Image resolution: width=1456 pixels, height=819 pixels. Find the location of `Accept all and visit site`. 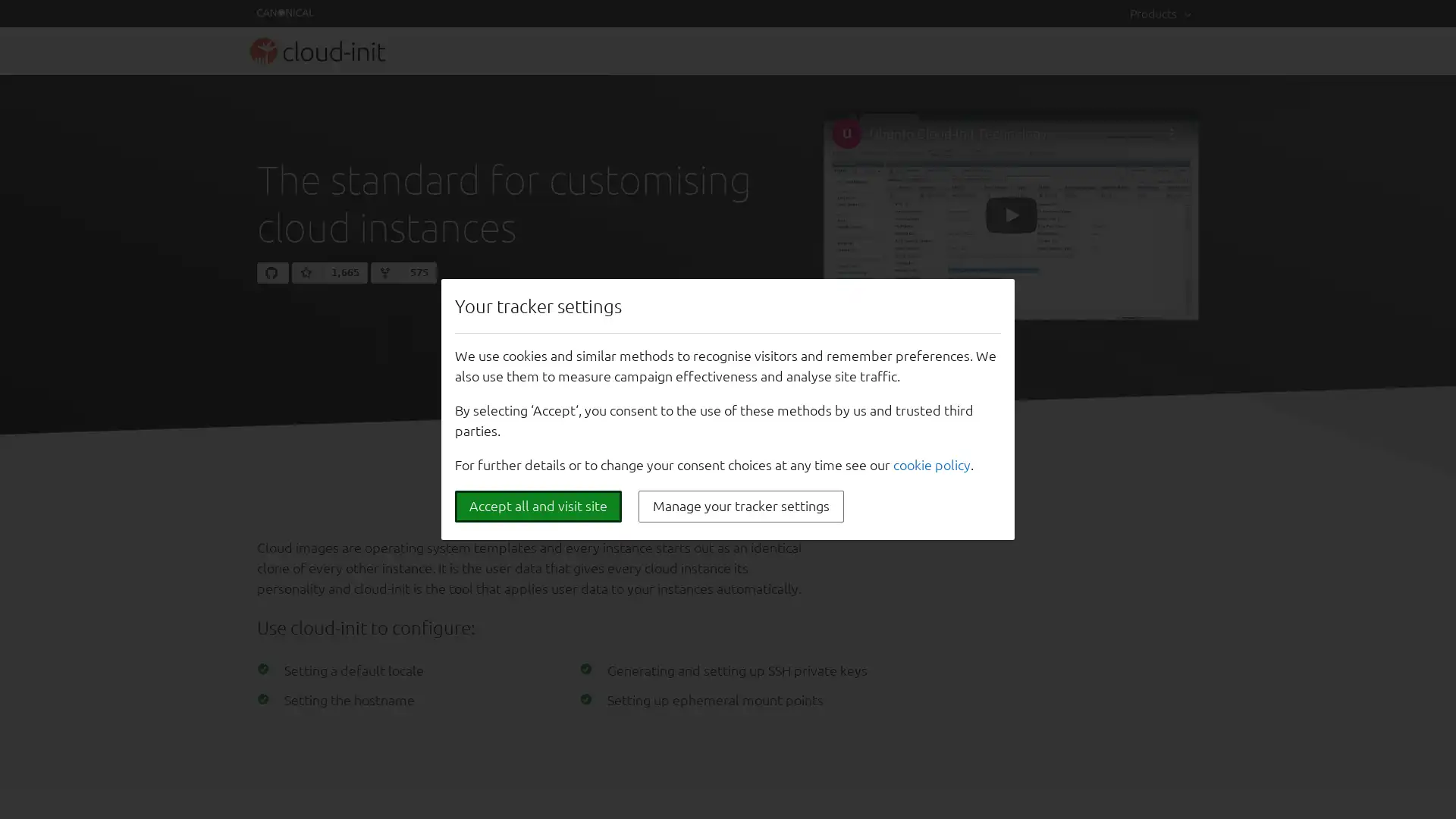

Accept all and visit site is located at coordinates (538, 506).